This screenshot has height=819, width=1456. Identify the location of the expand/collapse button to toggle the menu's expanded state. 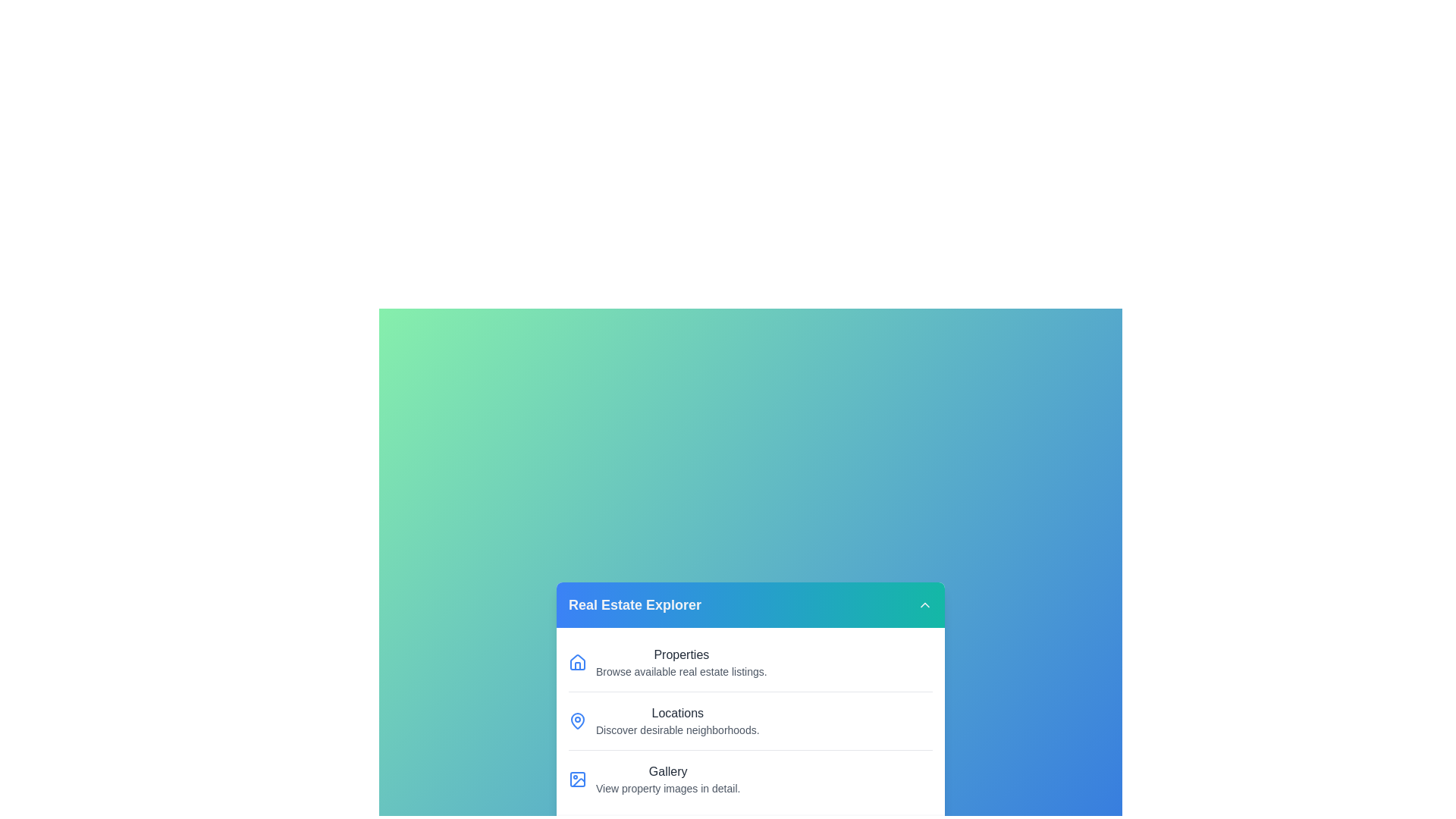
(924, 604).